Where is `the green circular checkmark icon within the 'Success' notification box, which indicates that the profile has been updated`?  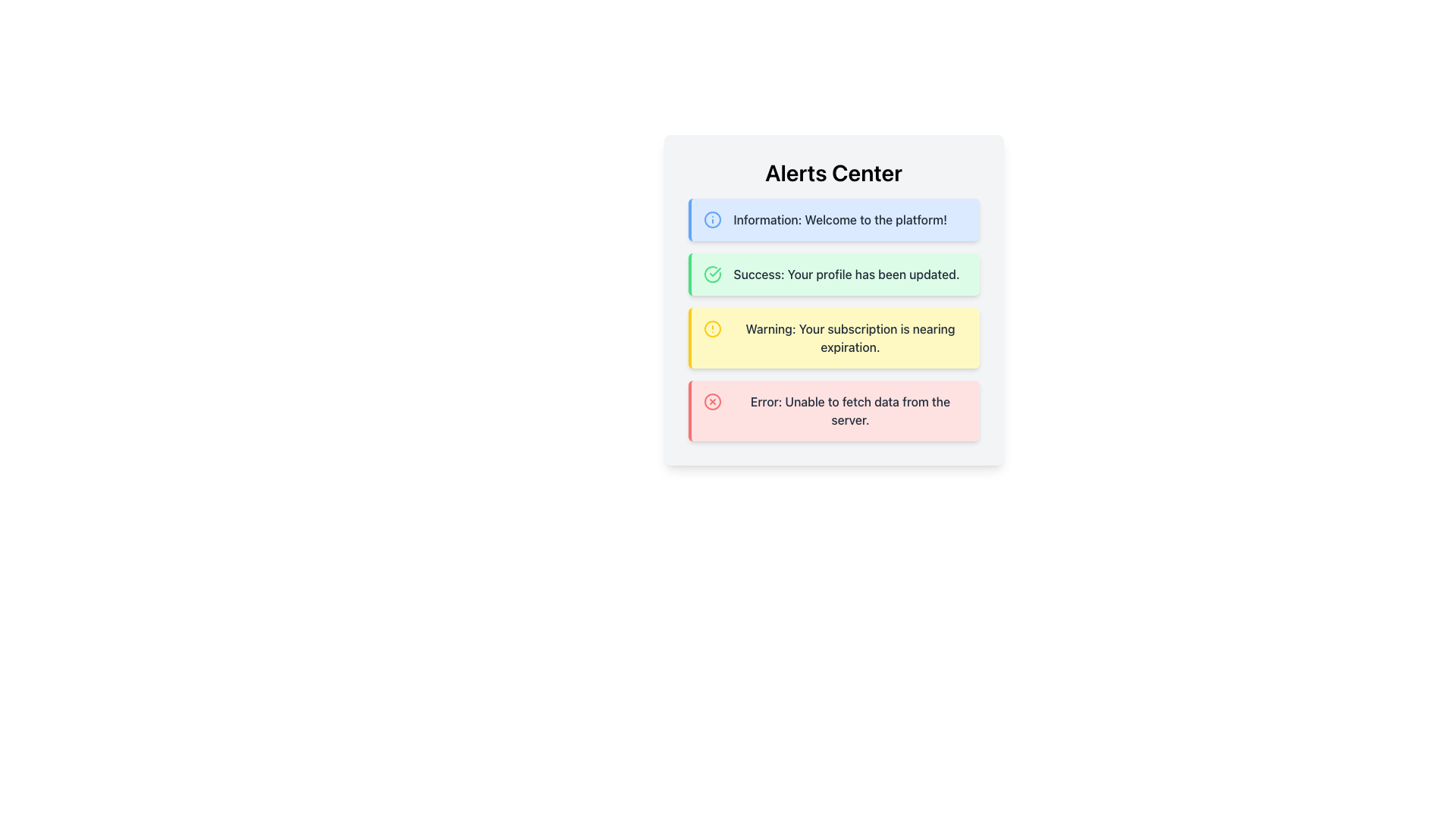 the green circular checkmark icon within the 'Success' notification box, which indicates that the profile has been updated is located at coordinates (714, 271).